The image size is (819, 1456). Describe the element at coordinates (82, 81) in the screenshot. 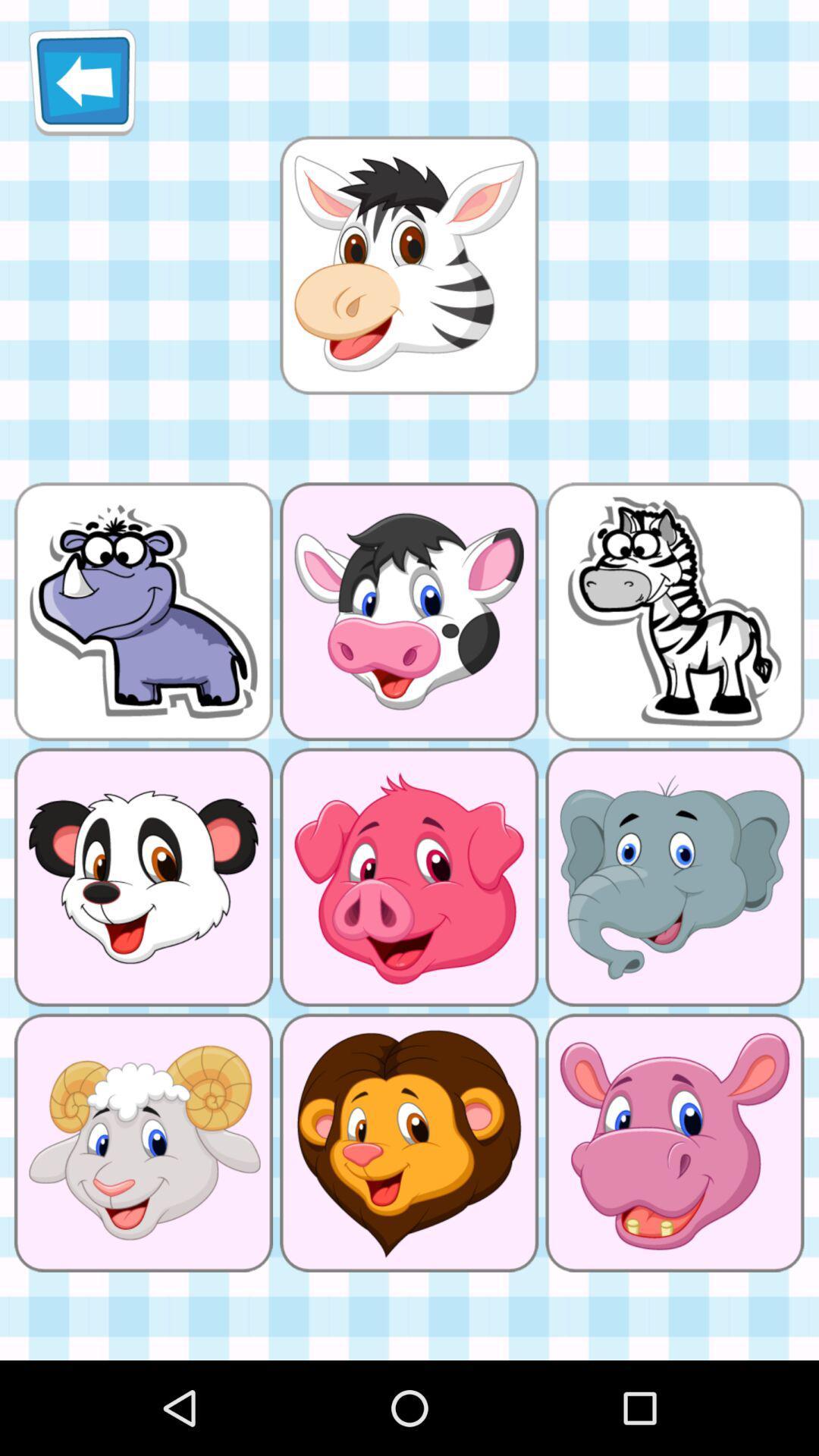

I see `the back button` at that location.